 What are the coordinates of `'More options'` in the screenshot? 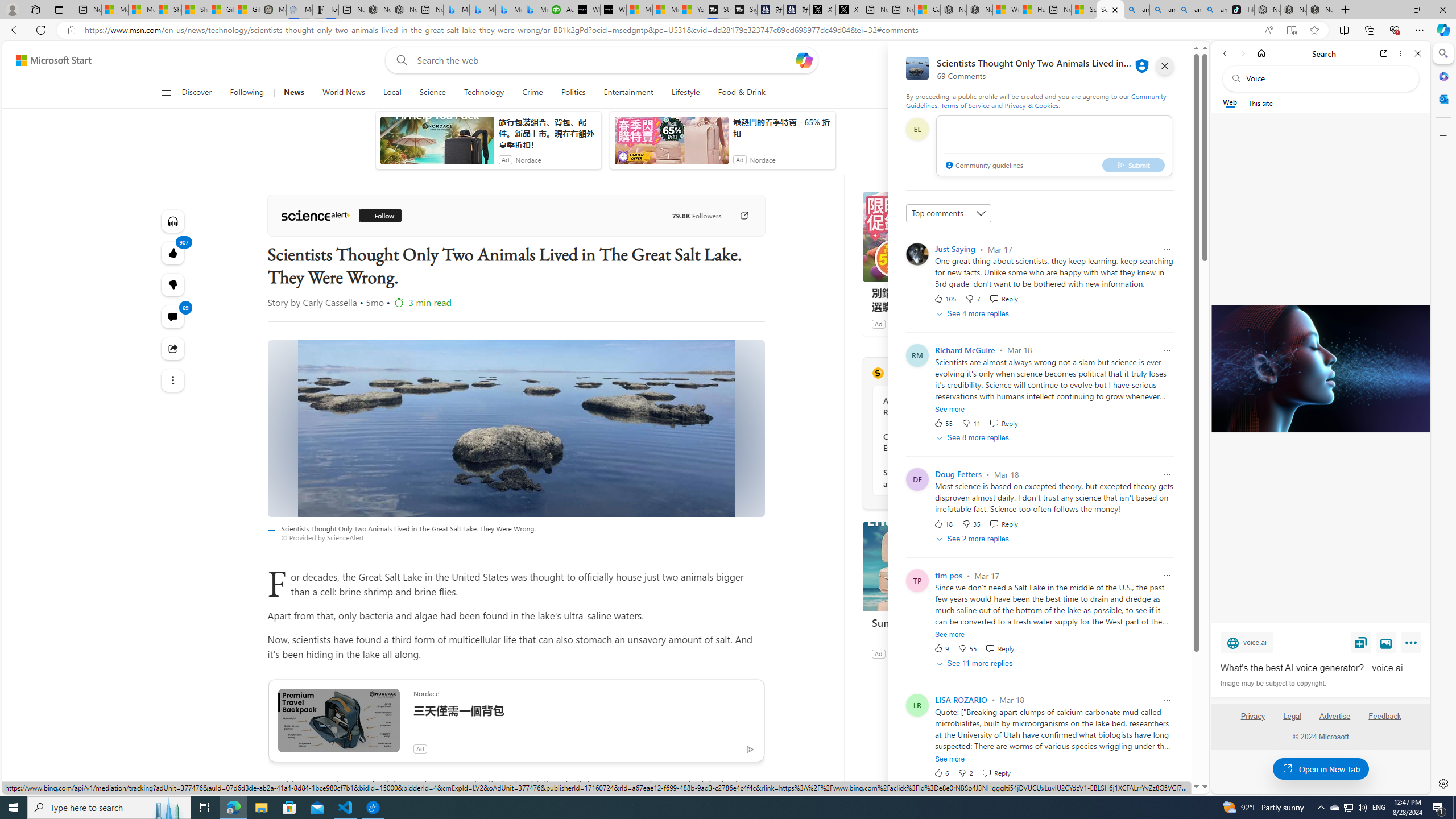 It's located at (1401, 53).